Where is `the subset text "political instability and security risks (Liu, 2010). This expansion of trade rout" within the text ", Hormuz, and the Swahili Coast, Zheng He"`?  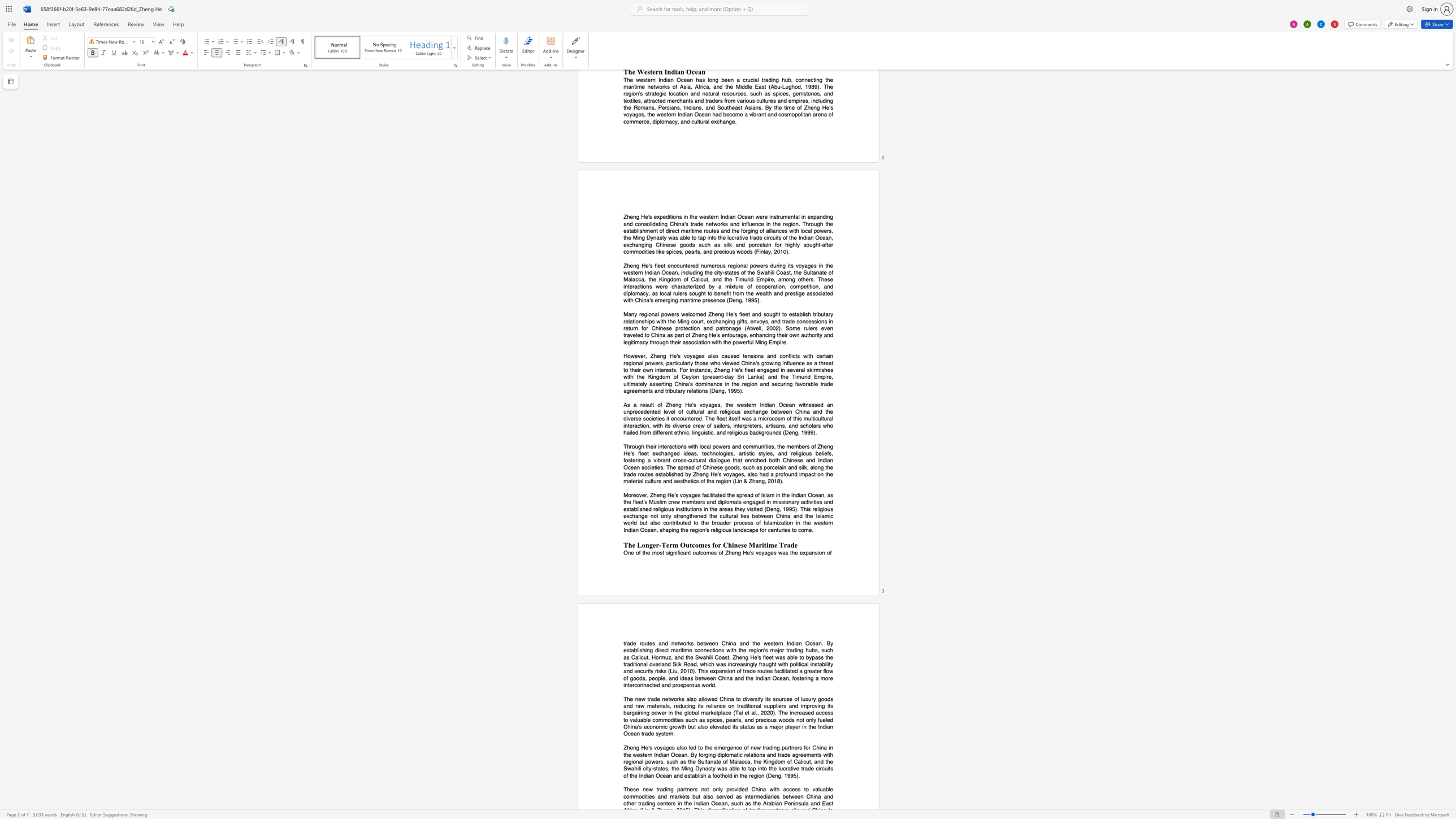
the subset text "political instability and security risks (Liu, 2010). This expansion of trade rout" within the text ", Hormuz, and the Swahili Coast, Zheng He" is located at coordinates (790, 664).